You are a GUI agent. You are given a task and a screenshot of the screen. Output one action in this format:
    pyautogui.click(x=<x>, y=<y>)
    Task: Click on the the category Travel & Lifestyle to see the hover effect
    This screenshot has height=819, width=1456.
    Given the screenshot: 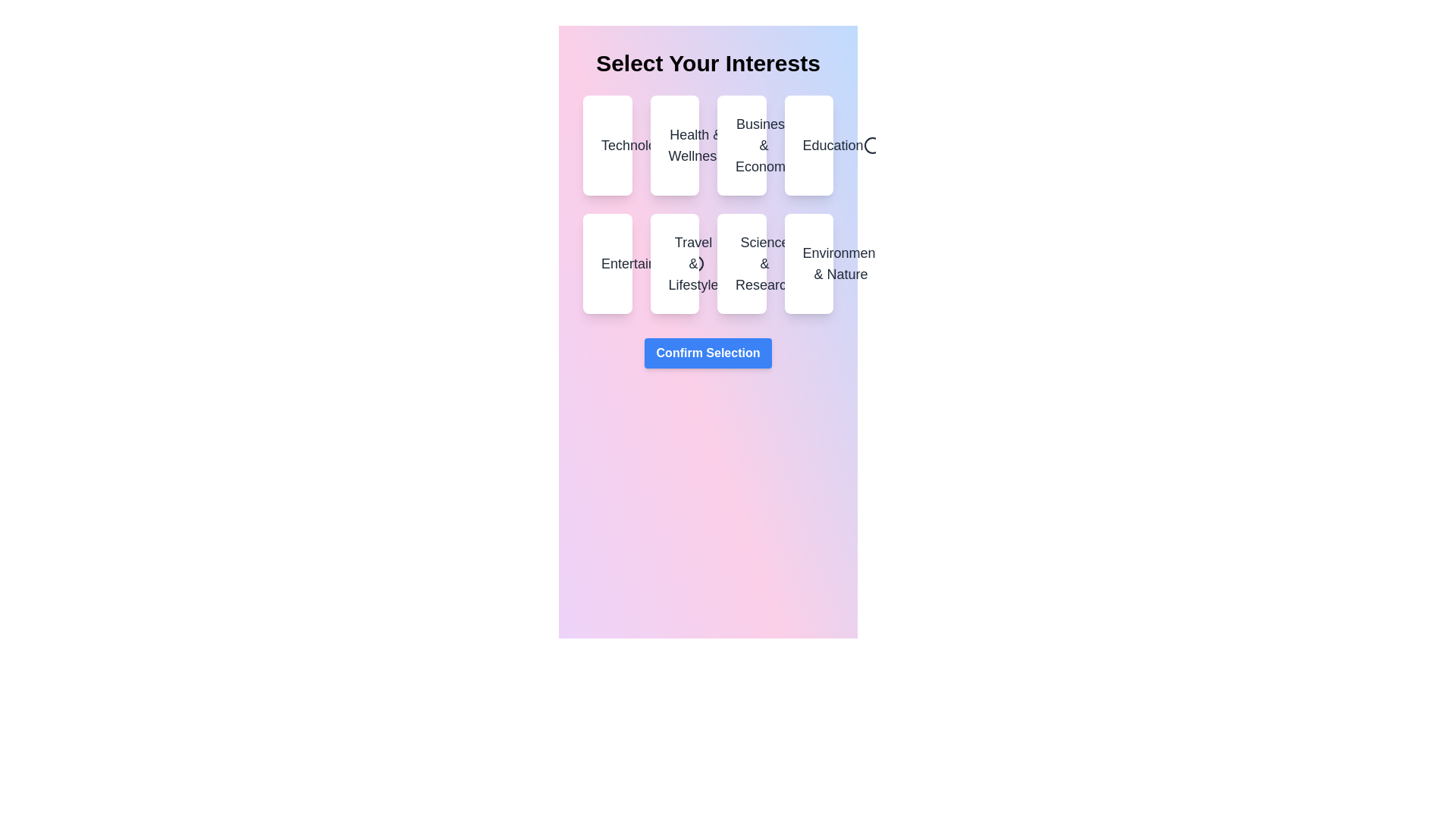 What is the action you would take?
    pyautogui.click(x=673, y=262)
    